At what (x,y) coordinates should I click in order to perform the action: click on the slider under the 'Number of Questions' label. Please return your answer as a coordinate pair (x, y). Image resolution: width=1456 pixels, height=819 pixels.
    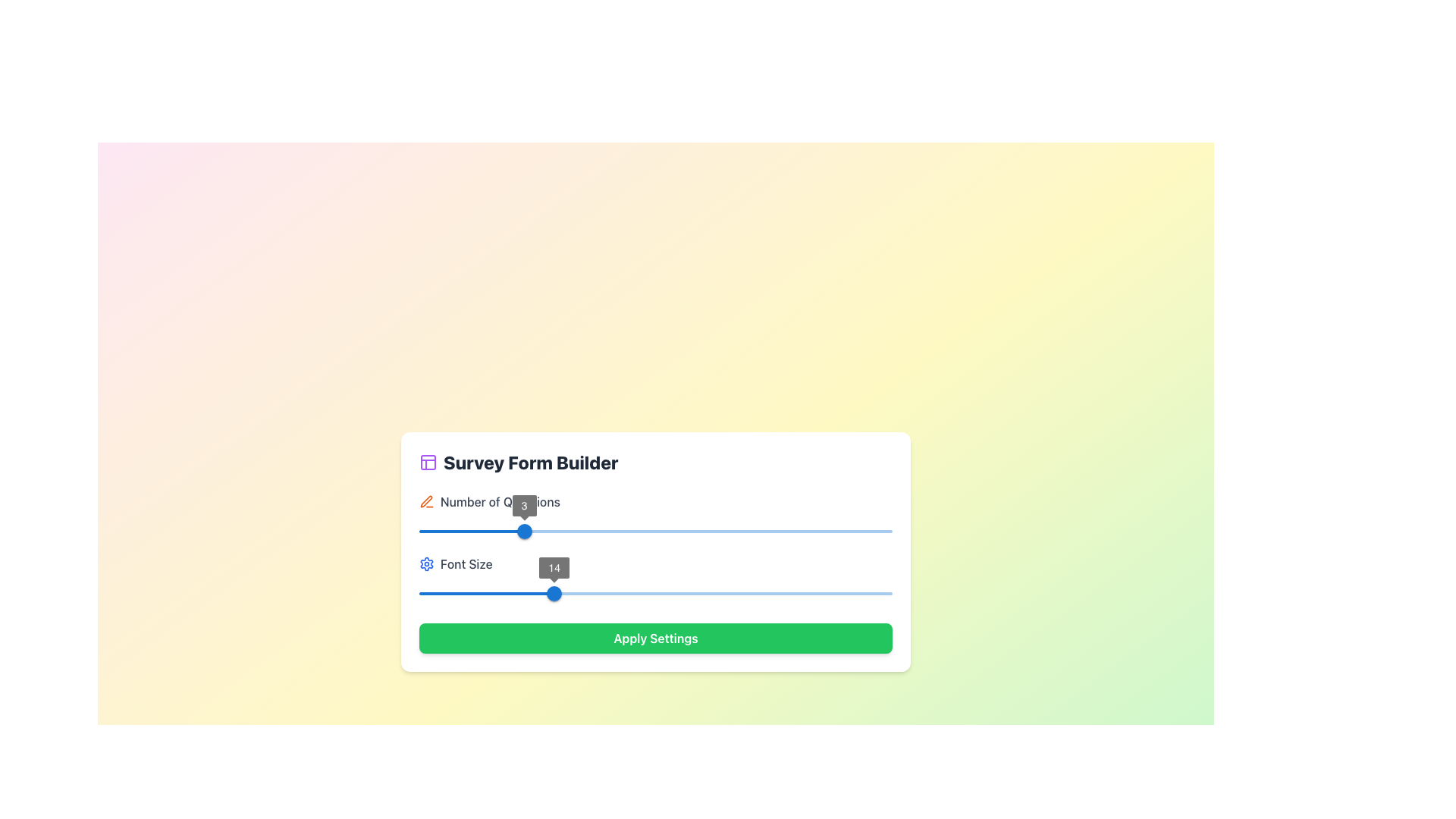
    Looking at the image, I should click on (524, 506).